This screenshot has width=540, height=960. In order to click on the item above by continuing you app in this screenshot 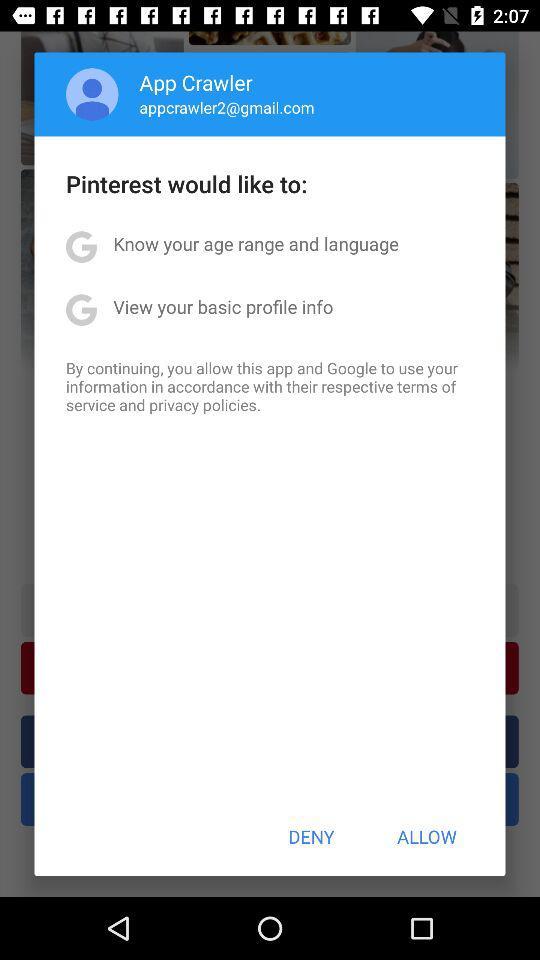, I will do `click(222, 306)`.